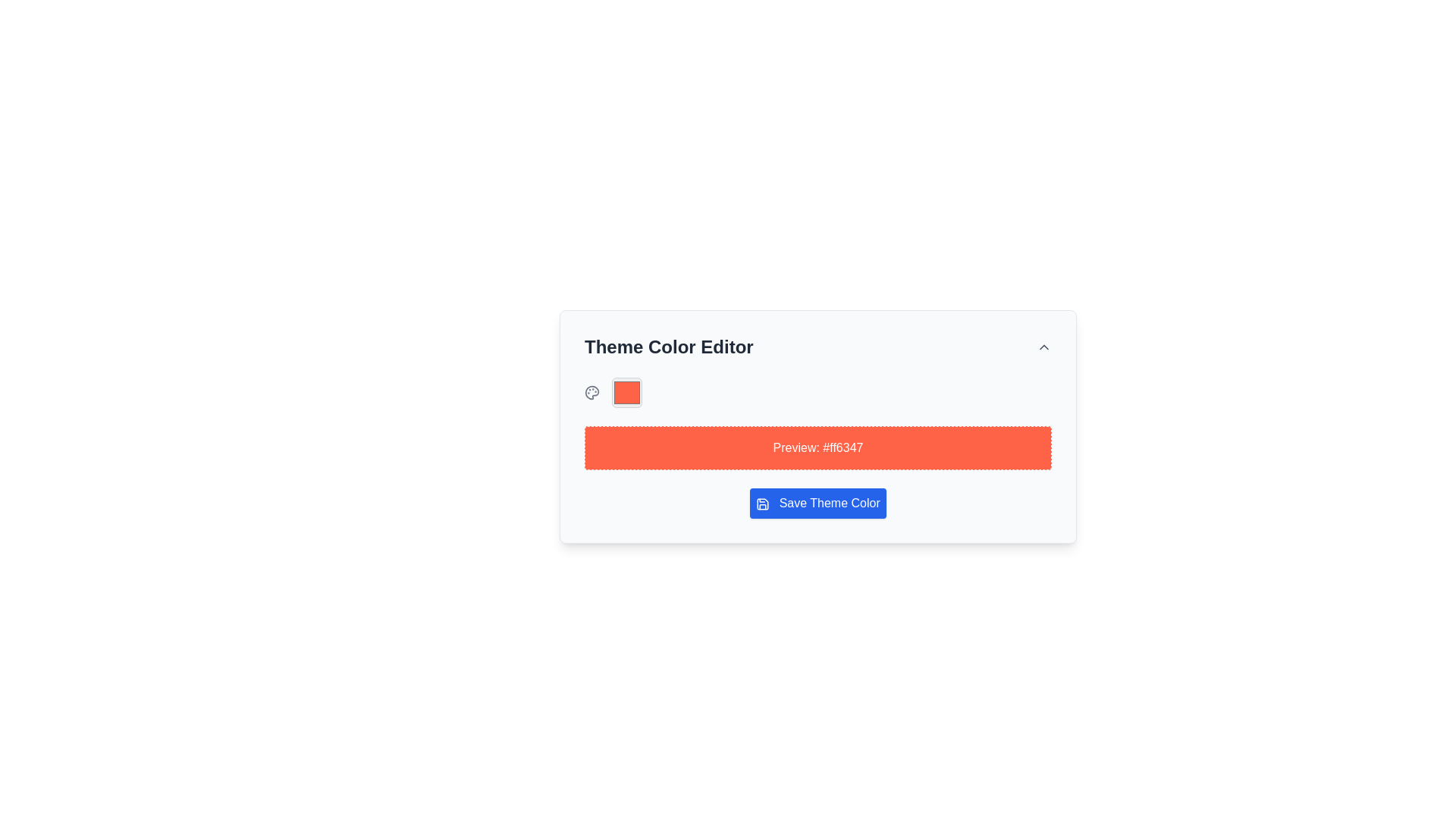 Image resolution: width=1456 pixels, height=819 pixels. Describe the element at coordinates (817, 447) in the screenshot. I see `the Informational Display Box in the Theme Color Editor section, which previews the selected theme color and is located above the Save Theme Color button` at that location.